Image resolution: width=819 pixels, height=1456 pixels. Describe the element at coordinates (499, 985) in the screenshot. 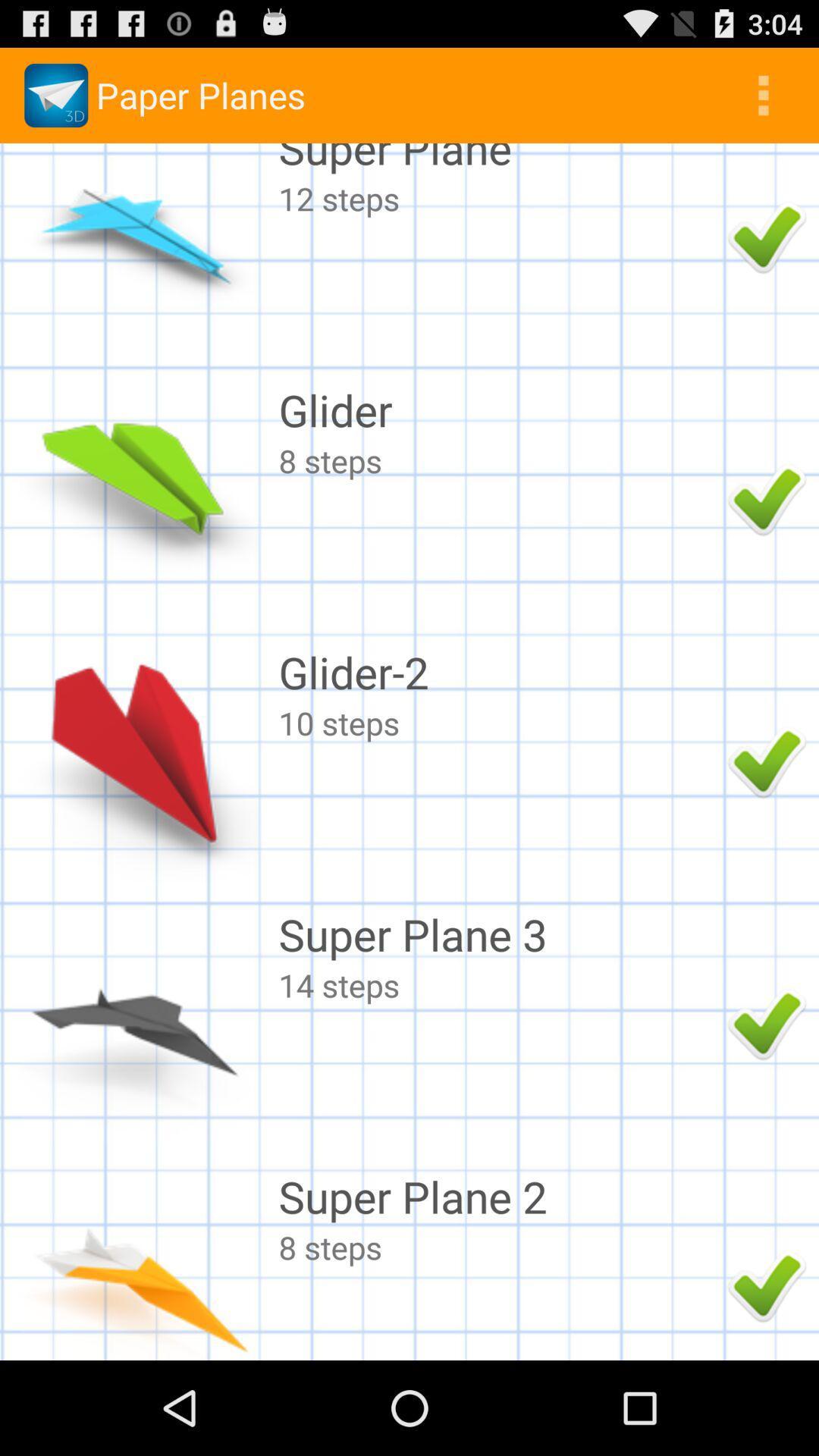

I see `item below super plane 3 app` at that location.